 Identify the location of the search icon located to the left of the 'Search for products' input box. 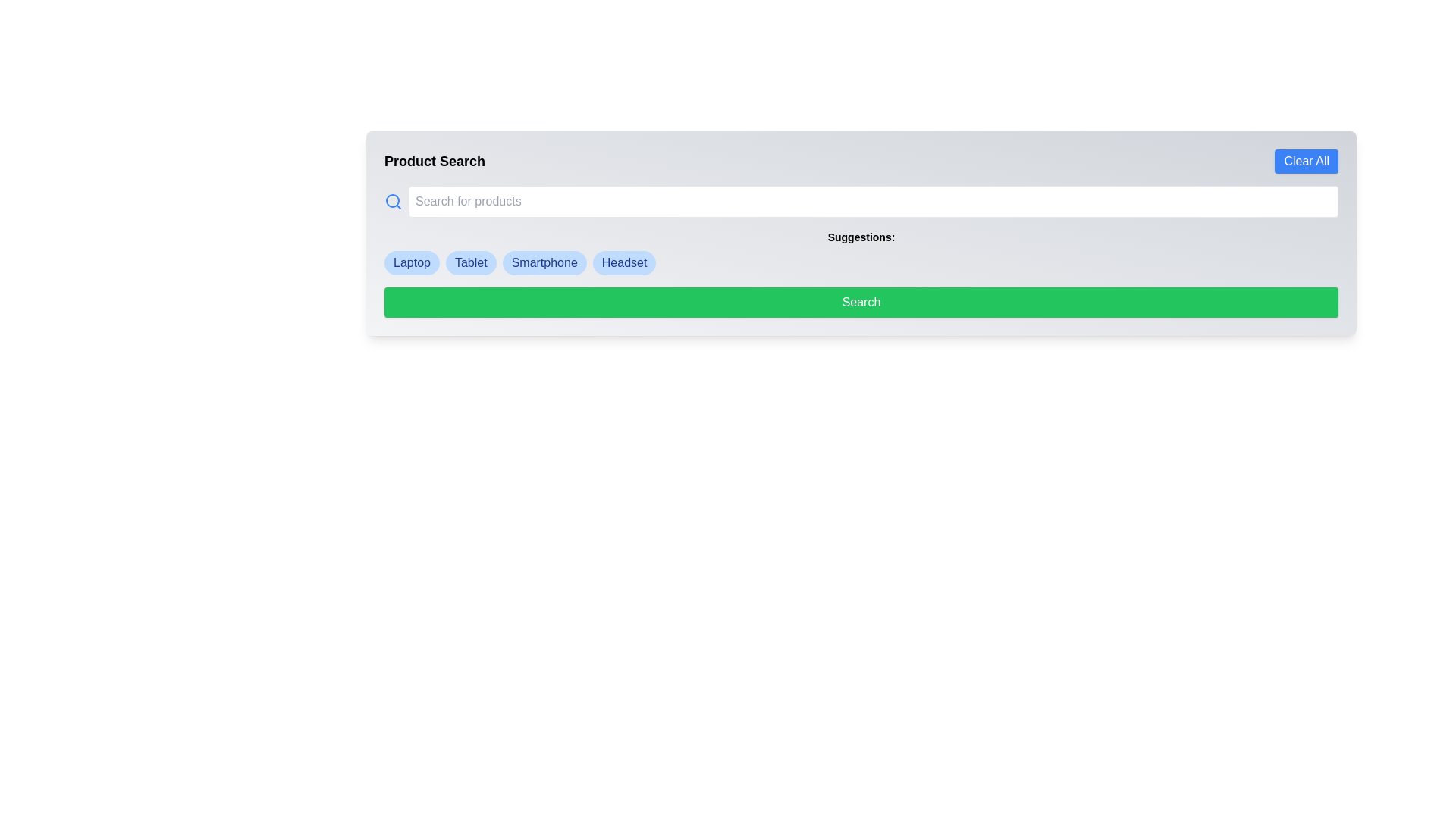
(393, 201).